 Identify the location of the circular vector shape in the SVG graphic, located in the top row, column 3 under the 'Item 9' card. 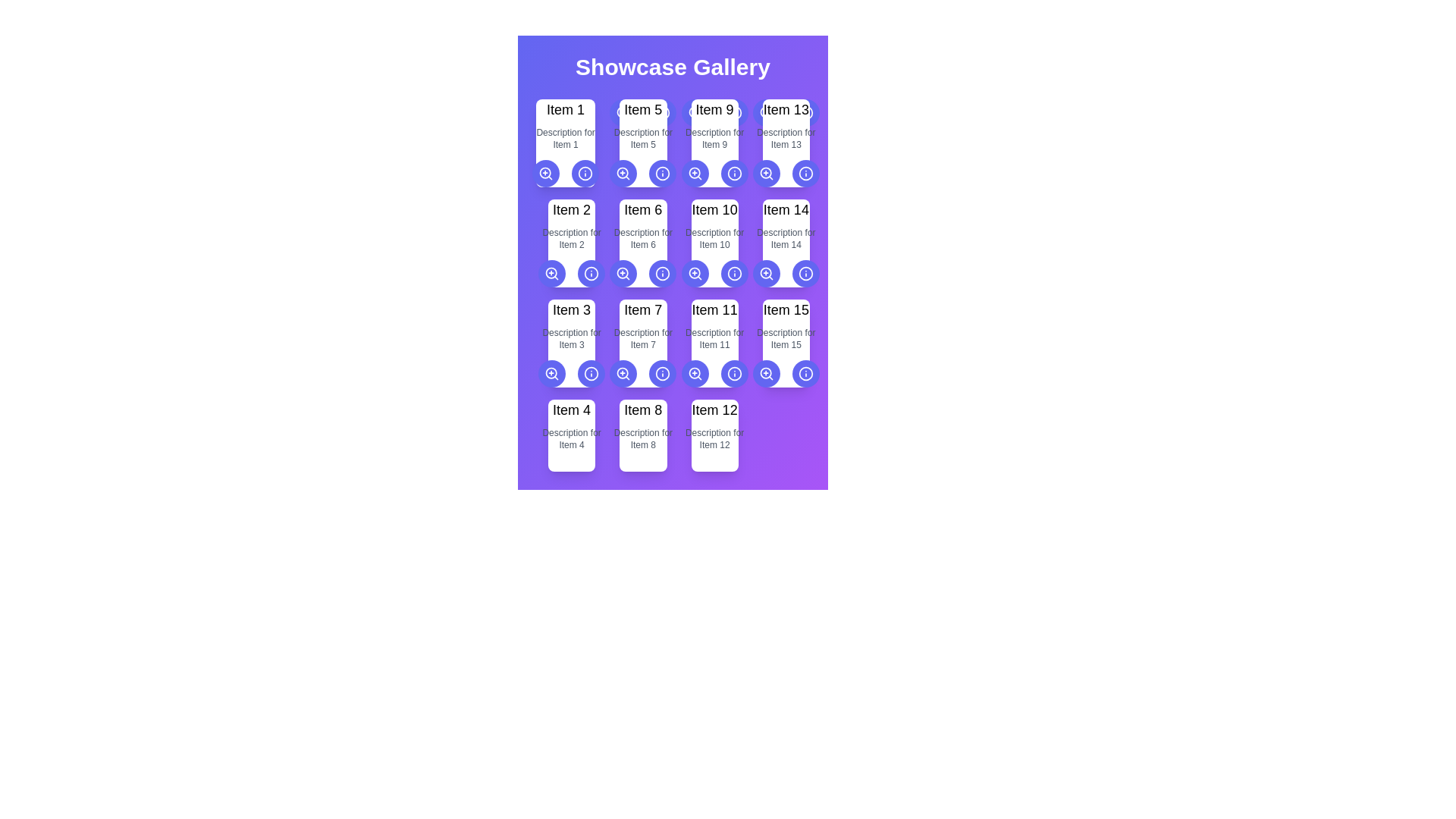
(734, 112).